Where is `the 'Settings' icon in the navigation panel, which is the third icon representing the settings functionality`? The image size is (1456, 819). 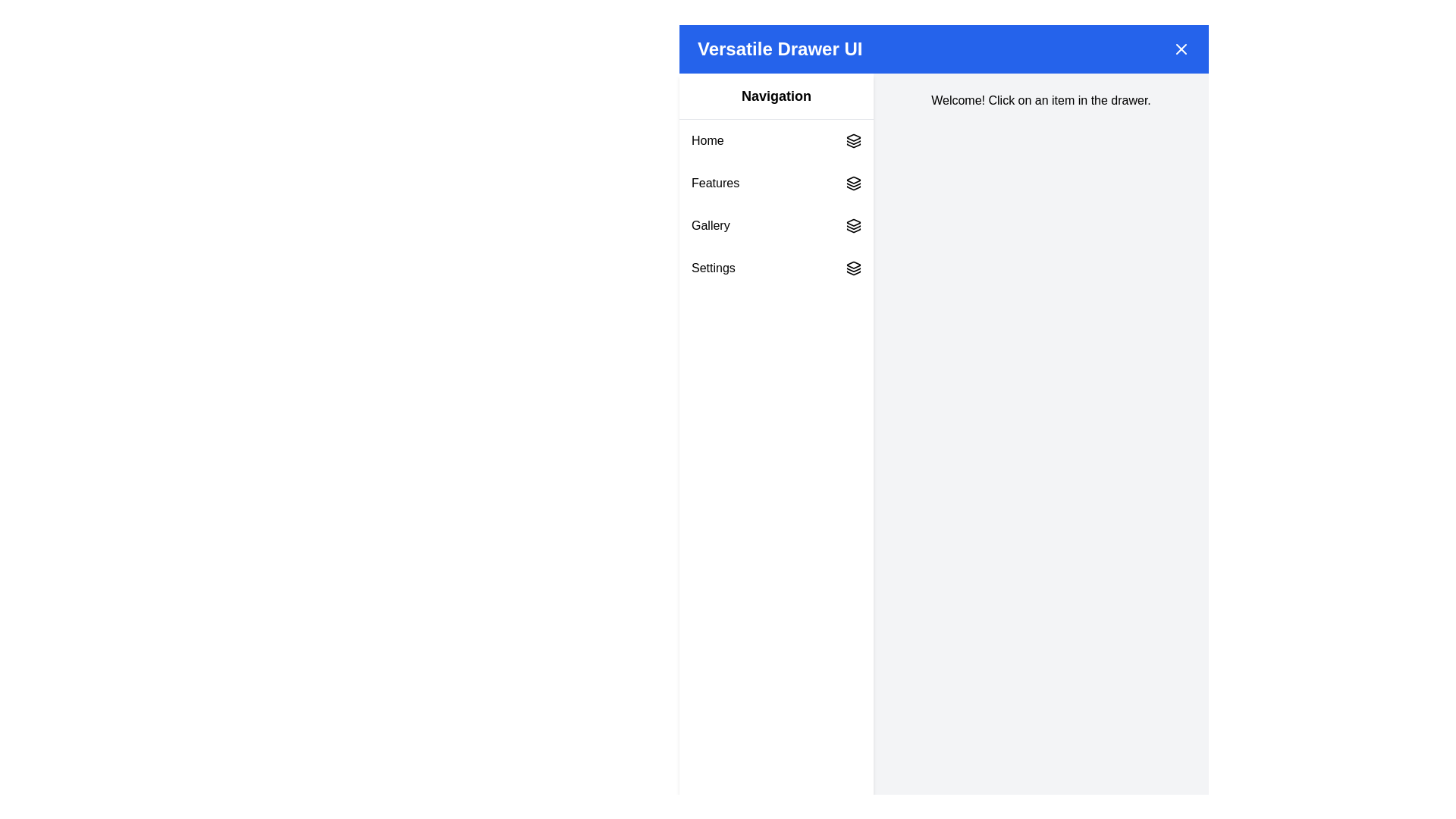 the 'Settings' icon in the navigation panel, which is the third icon representing the settings functionality is located at coordinates (854, 271).